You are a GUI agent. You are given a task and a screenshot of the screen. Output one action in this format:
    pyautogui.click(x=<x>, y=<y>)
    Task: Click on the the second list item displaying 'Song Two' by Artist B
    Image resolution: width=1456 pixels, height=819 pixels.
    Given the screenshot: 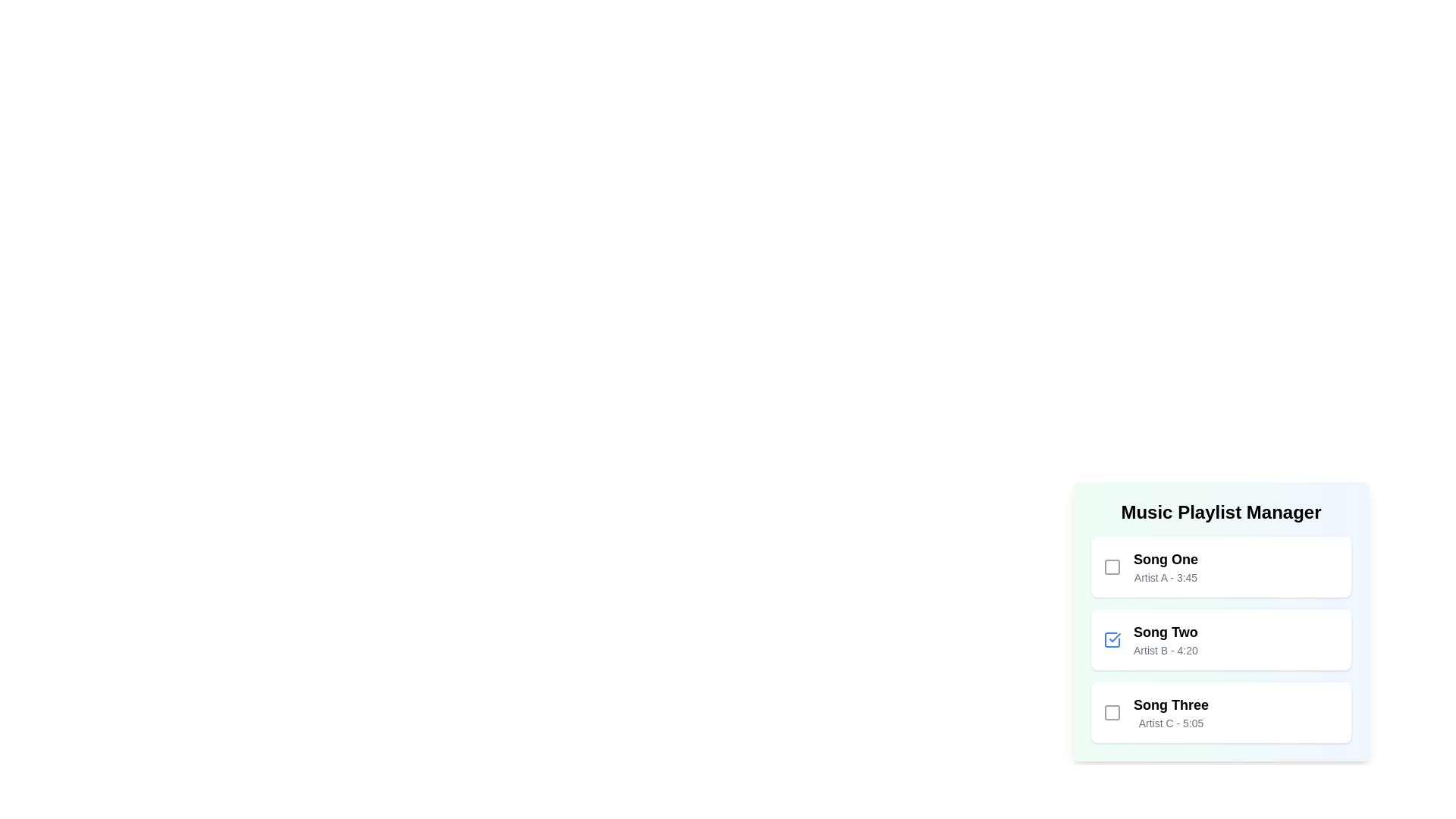 What is the action you would take?
    pyautogui.click(x=1221, y=640)
    